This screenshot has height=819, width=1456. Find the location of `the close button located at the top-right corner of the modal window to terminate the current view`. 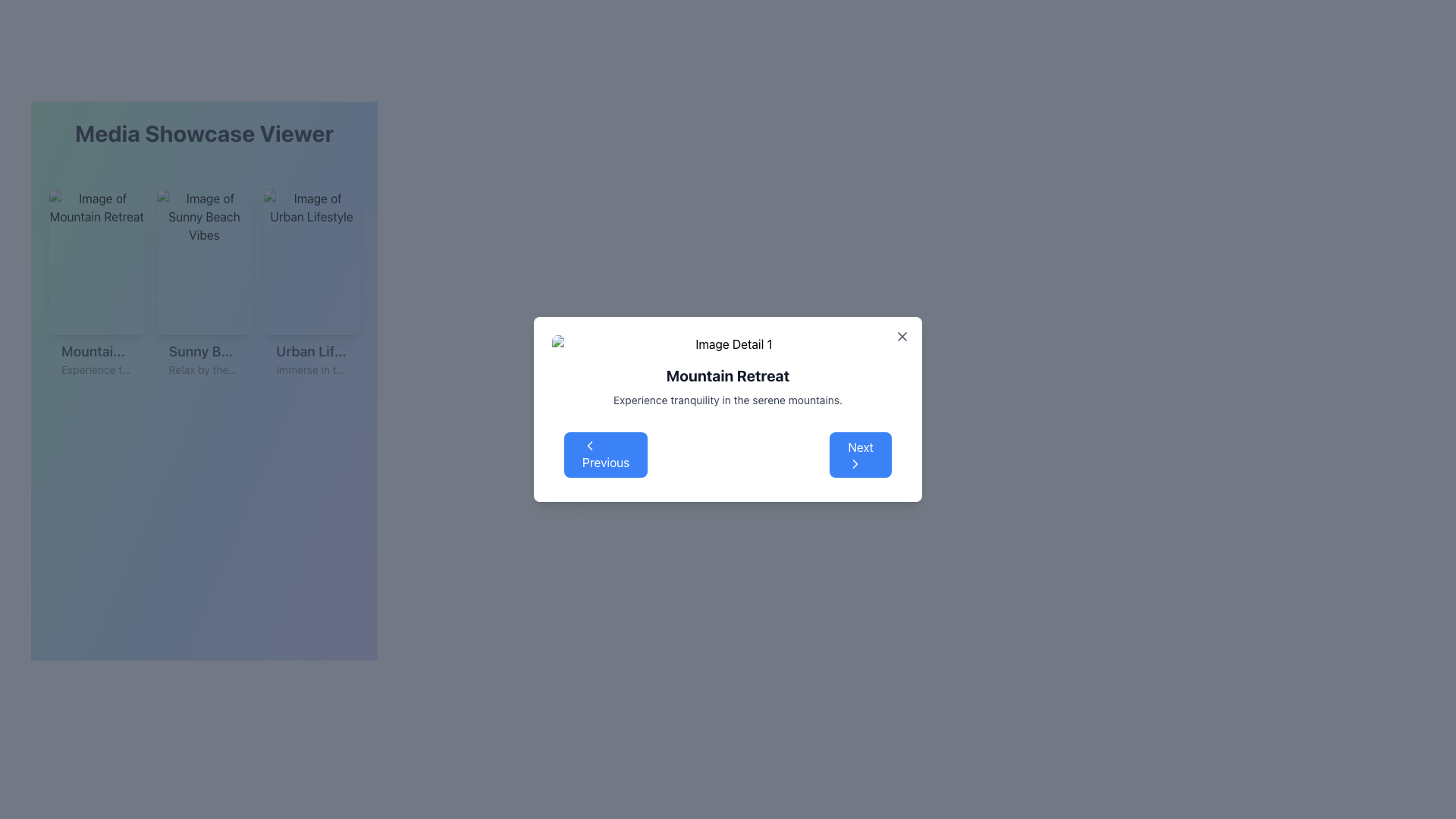

the close button located at the top-right corner of the modal window to terminate the current view is located at coordinates (902, 335).